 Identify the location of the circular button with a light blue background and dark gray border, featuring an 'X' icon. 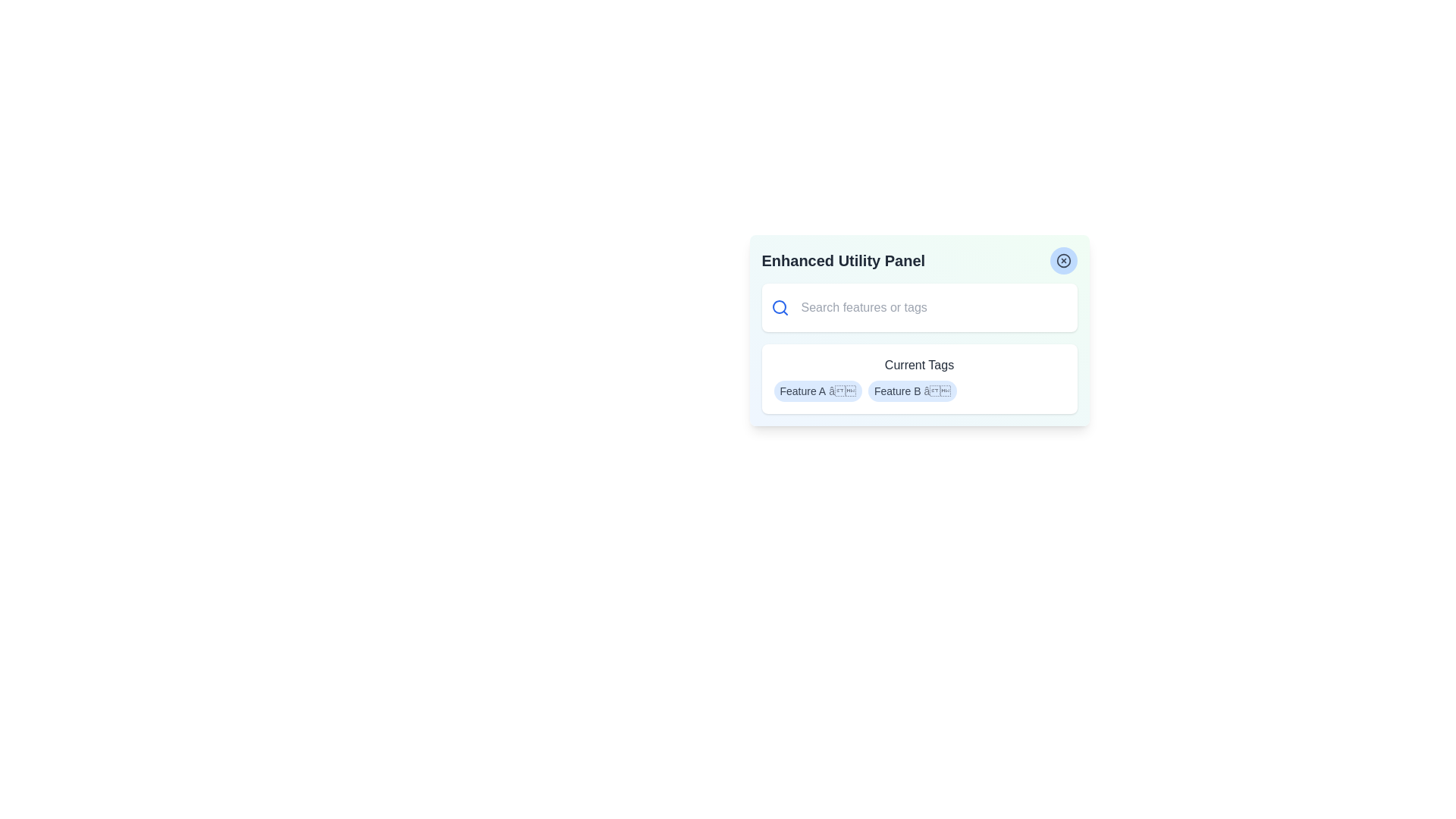
(1062, 259).